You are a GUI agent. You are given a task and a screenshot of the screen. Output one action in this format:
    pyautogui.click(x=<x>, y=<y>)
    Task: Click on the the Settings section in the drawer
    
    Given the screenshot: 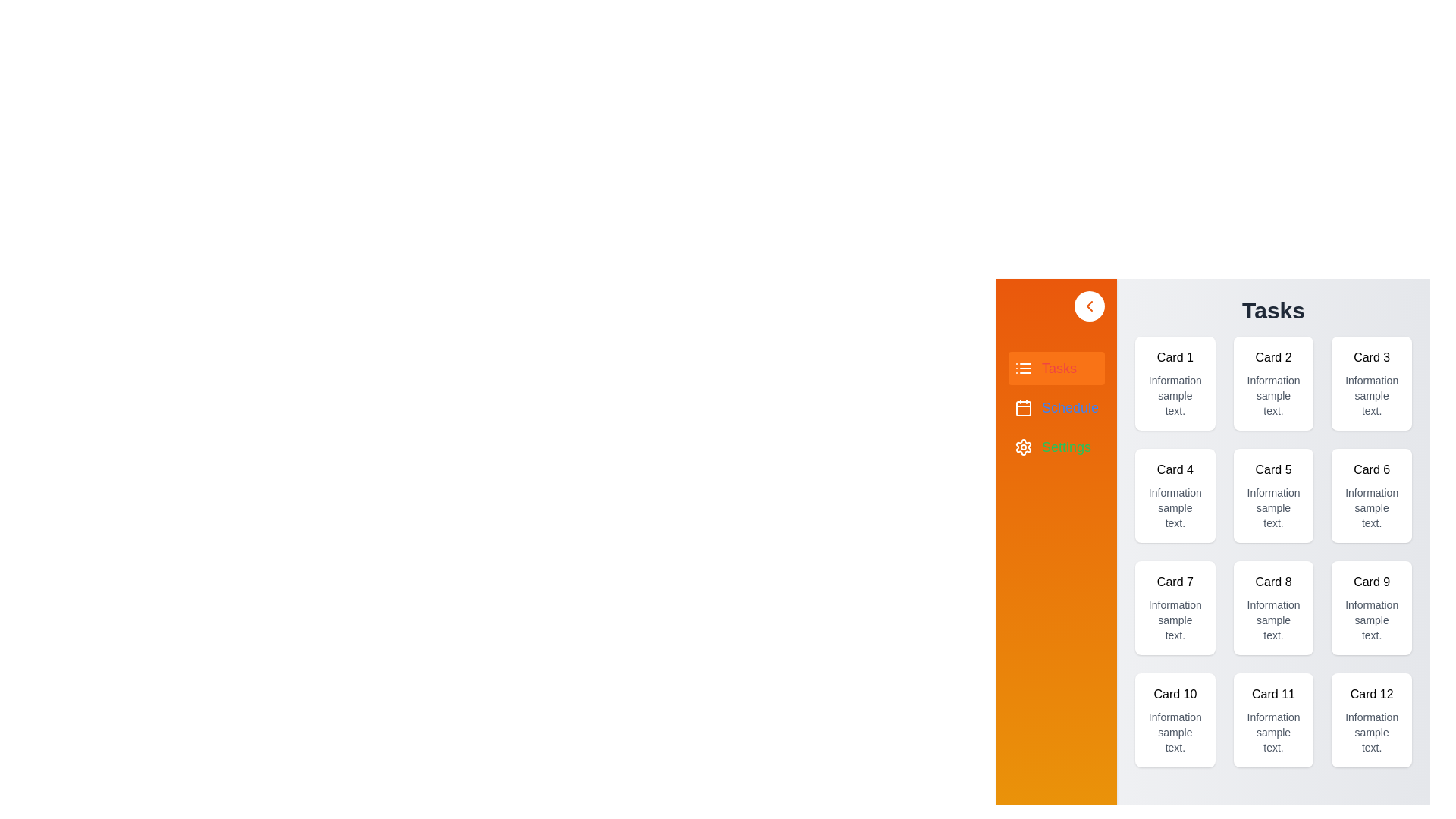 What is the action you would take?
    pyautogui.click(x=1055, y=447)
    